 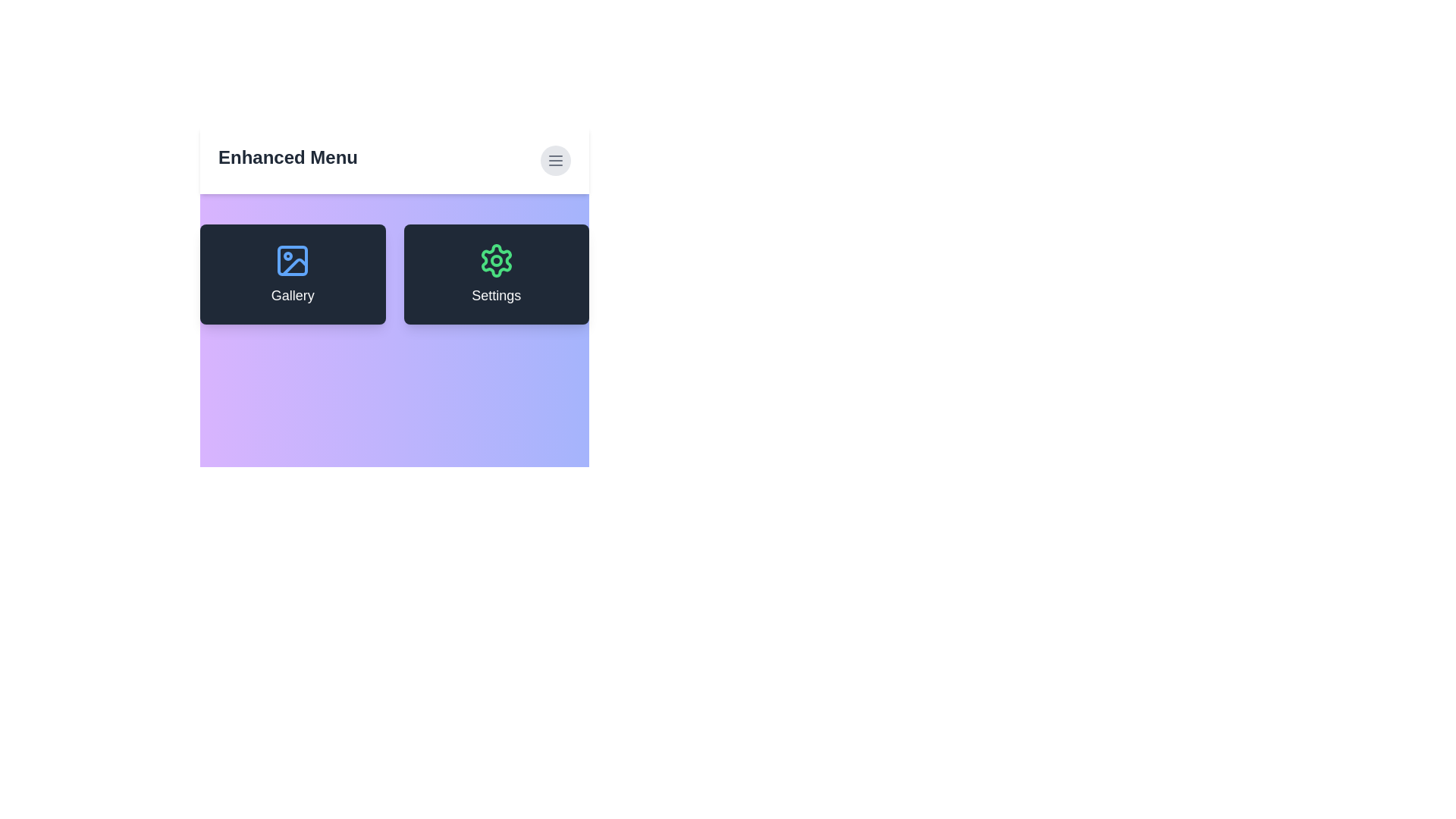 I want to click on the 'Settings' card to open the settings feature, so click(x=496, y=275).